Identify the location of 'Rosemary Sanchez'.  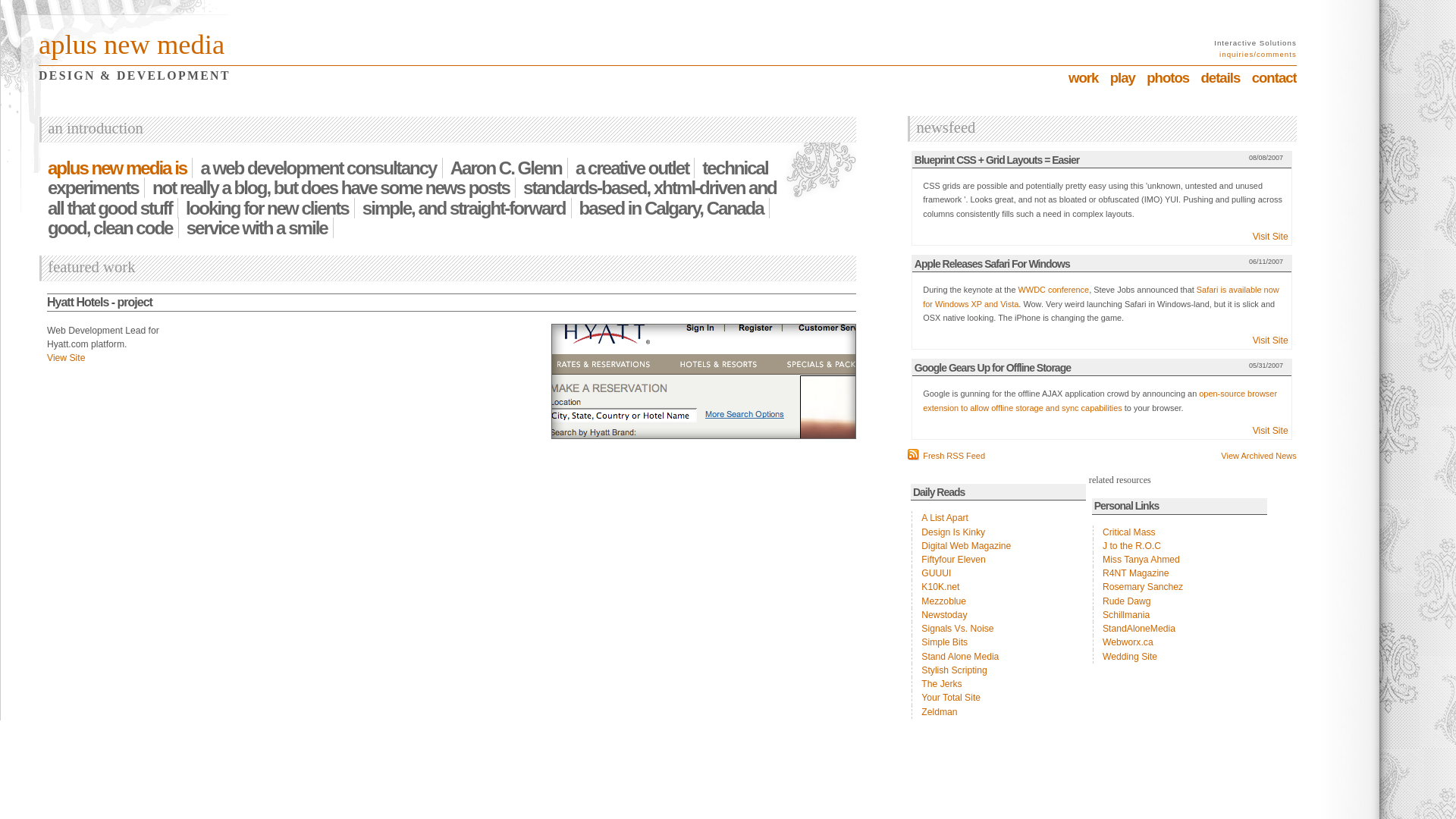
(1092, 586).